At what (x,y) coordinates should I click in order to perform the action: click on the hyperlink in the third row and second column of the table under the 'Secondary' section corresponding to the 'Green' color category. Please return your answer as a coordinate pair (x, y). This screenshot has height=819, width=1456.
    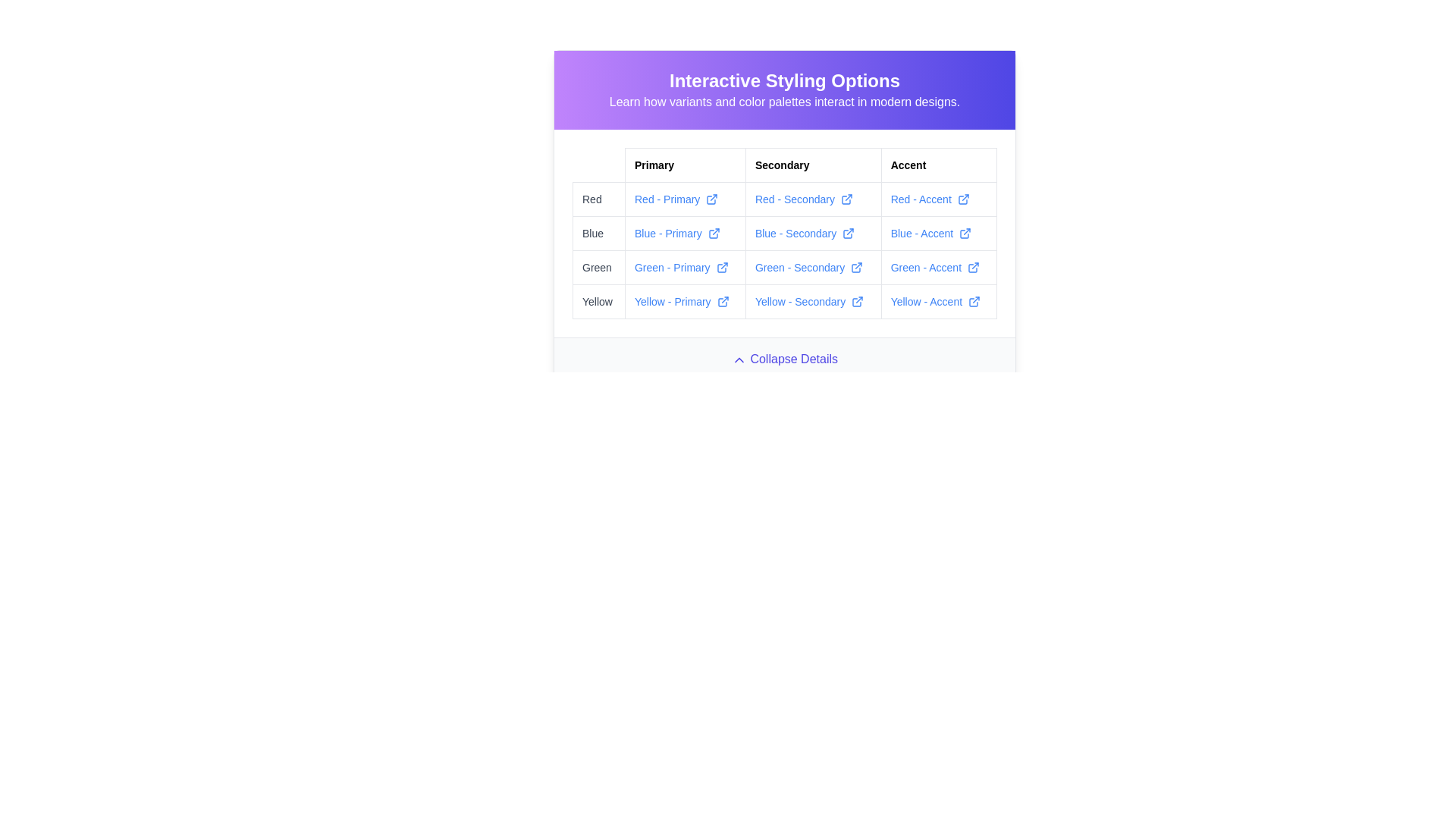
    Looking at the image, I should click on (808, 267).